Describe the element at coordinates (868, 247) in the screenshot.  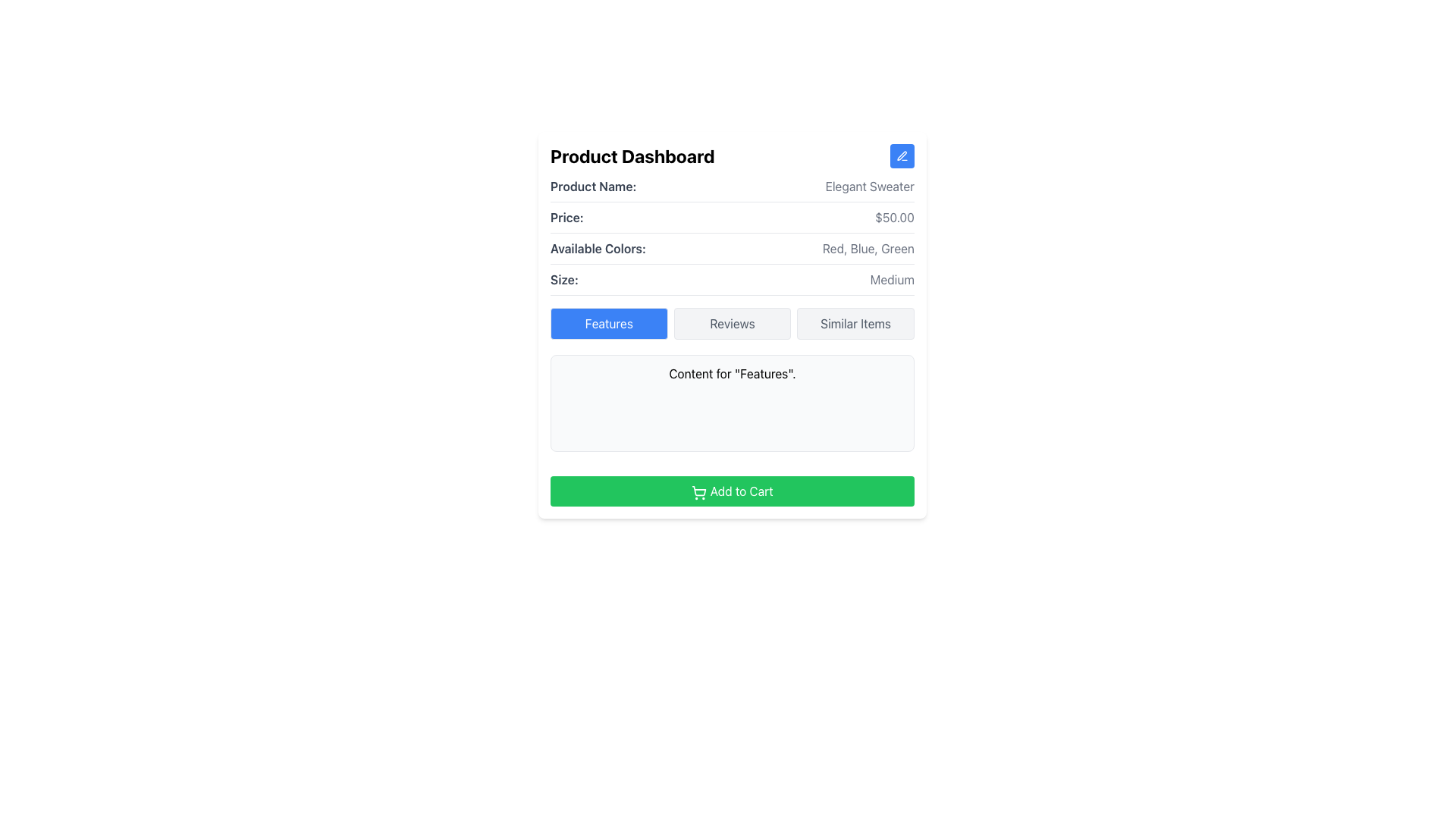
I see `the Text Label that lists the available color options for the product, positioned to the right of 'Available Colors:'` at that location.